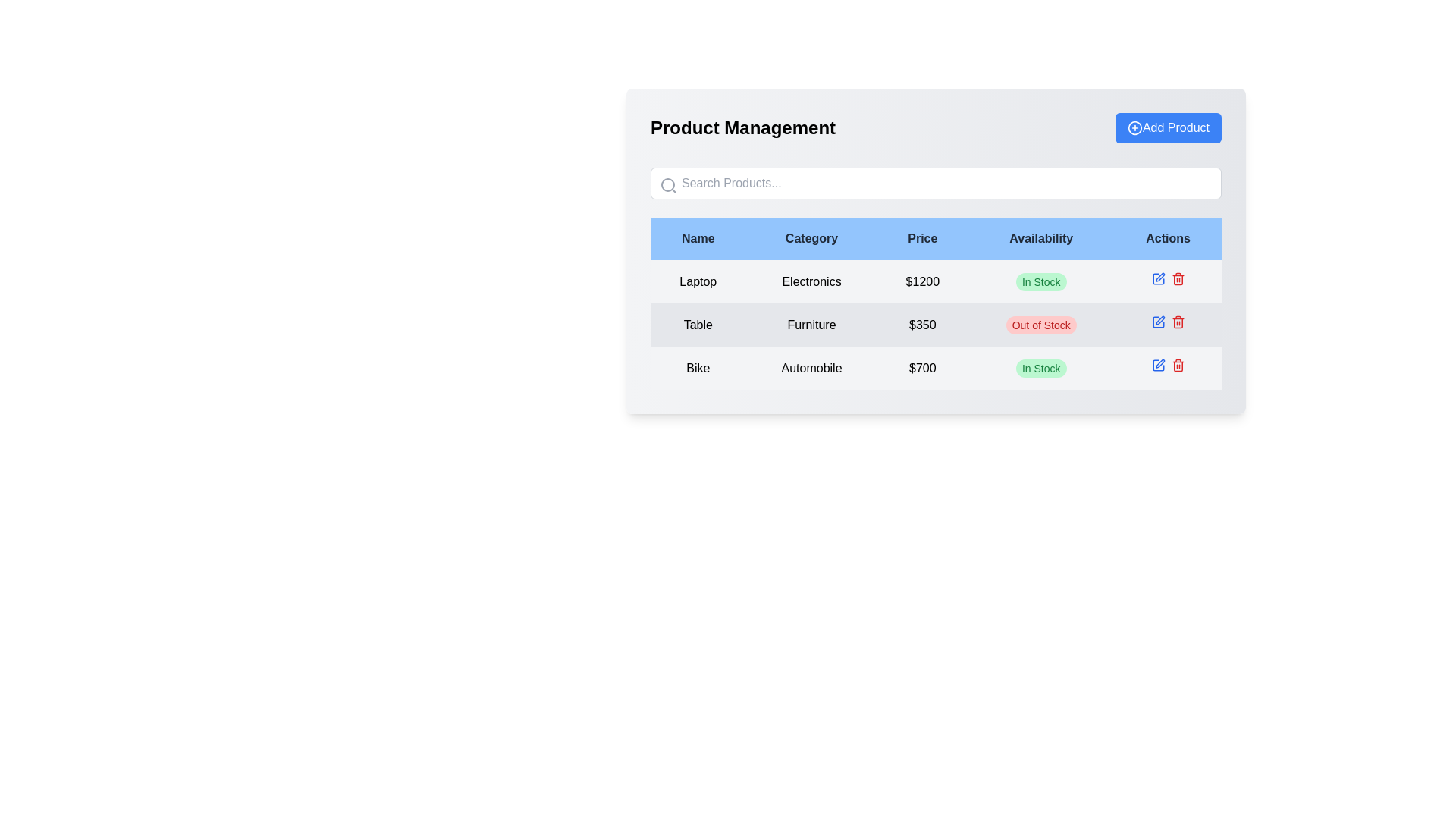 The height and width of the screenshot is (819, 1456). What do you see at coordinates (1040, 281) in the screenshot?
I see `the availability status label for the 'Laptop' product located in the first row of the table` at bounding box center [1040, 281].